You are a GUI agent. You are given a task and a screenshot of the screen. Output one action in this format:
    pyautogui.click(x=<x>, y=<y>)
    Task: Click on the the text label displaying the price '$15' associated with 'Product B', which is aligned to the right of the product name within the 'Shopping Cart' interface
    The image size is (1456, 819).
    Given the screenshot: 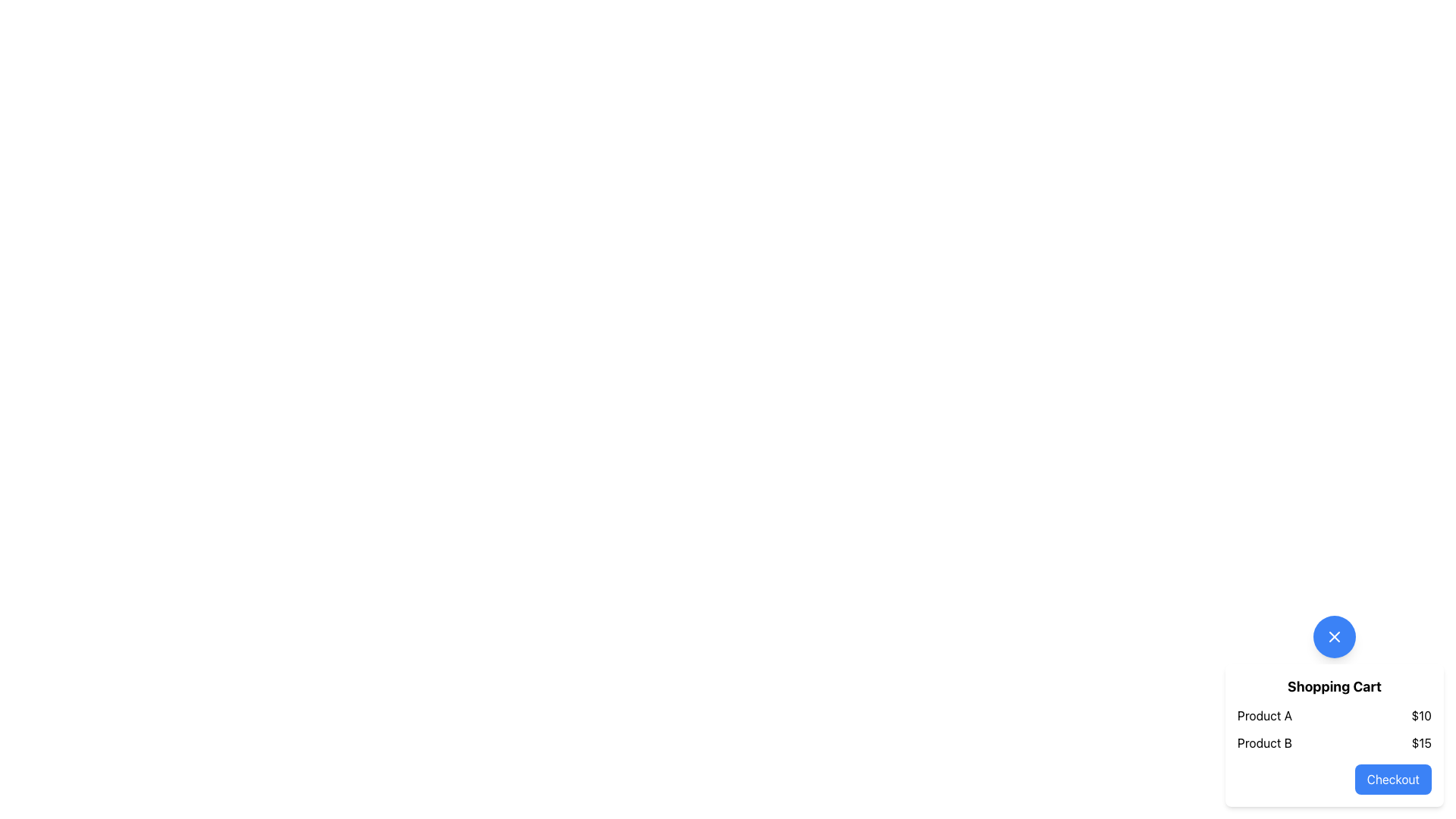 What is the action you would take?
    pyautogui.click(x=1420, y=742)
    